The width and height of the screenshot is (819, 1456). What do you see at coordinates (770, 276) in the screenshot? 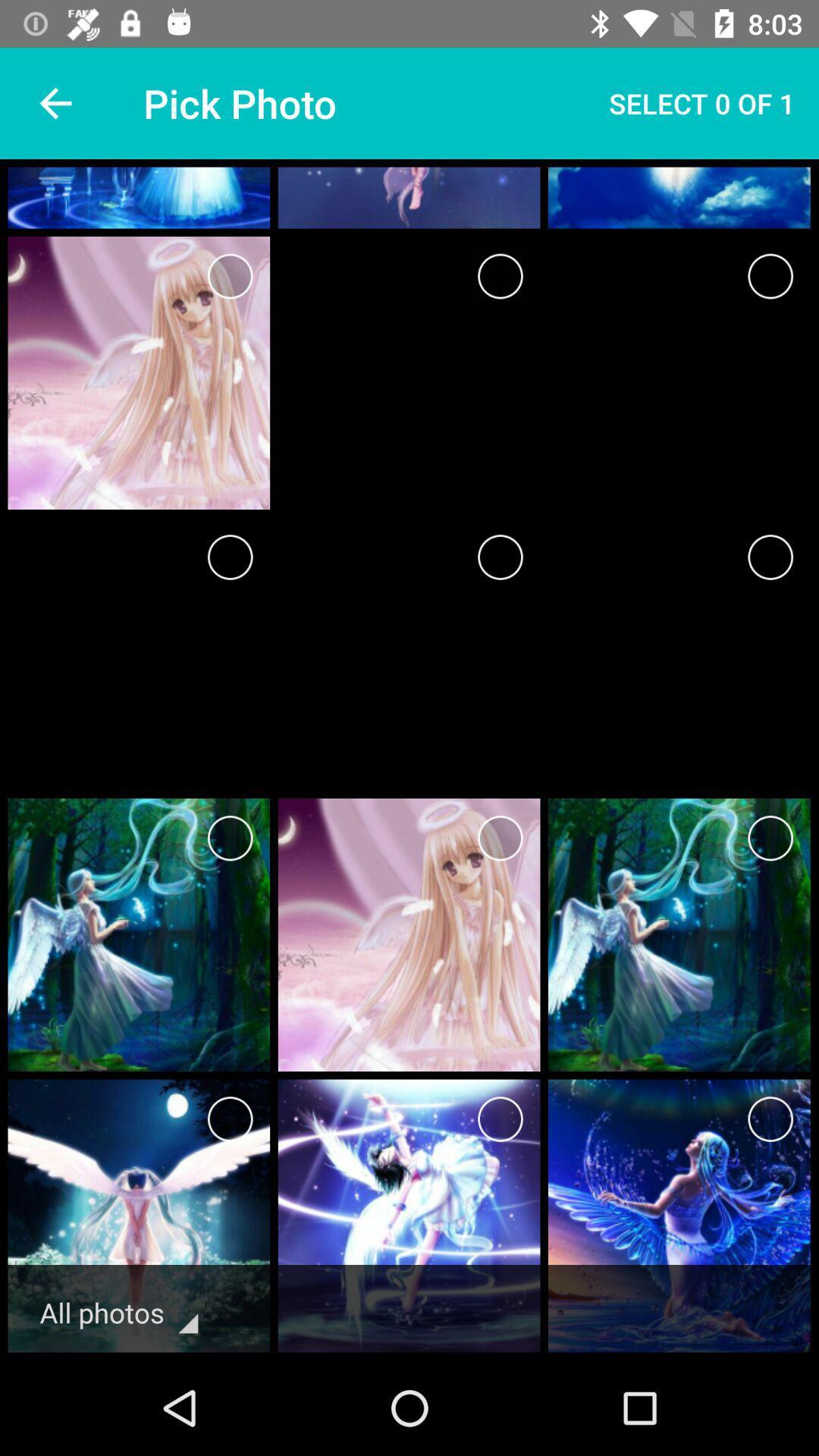
I see `choose a picture` at bounding box center [770, 276].